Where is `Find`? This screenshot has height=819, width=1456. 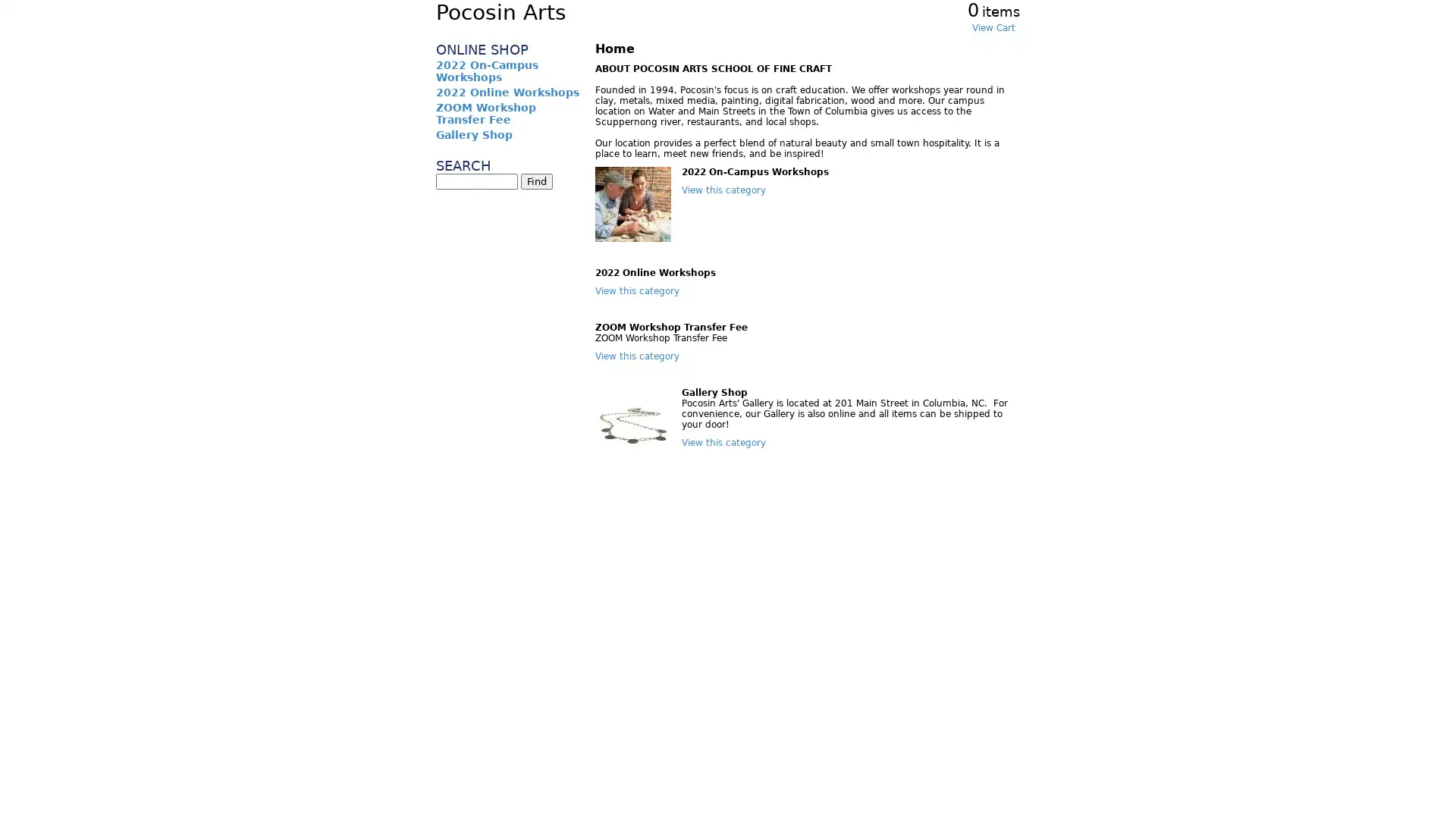
Find is located at coordinates (537, 180).